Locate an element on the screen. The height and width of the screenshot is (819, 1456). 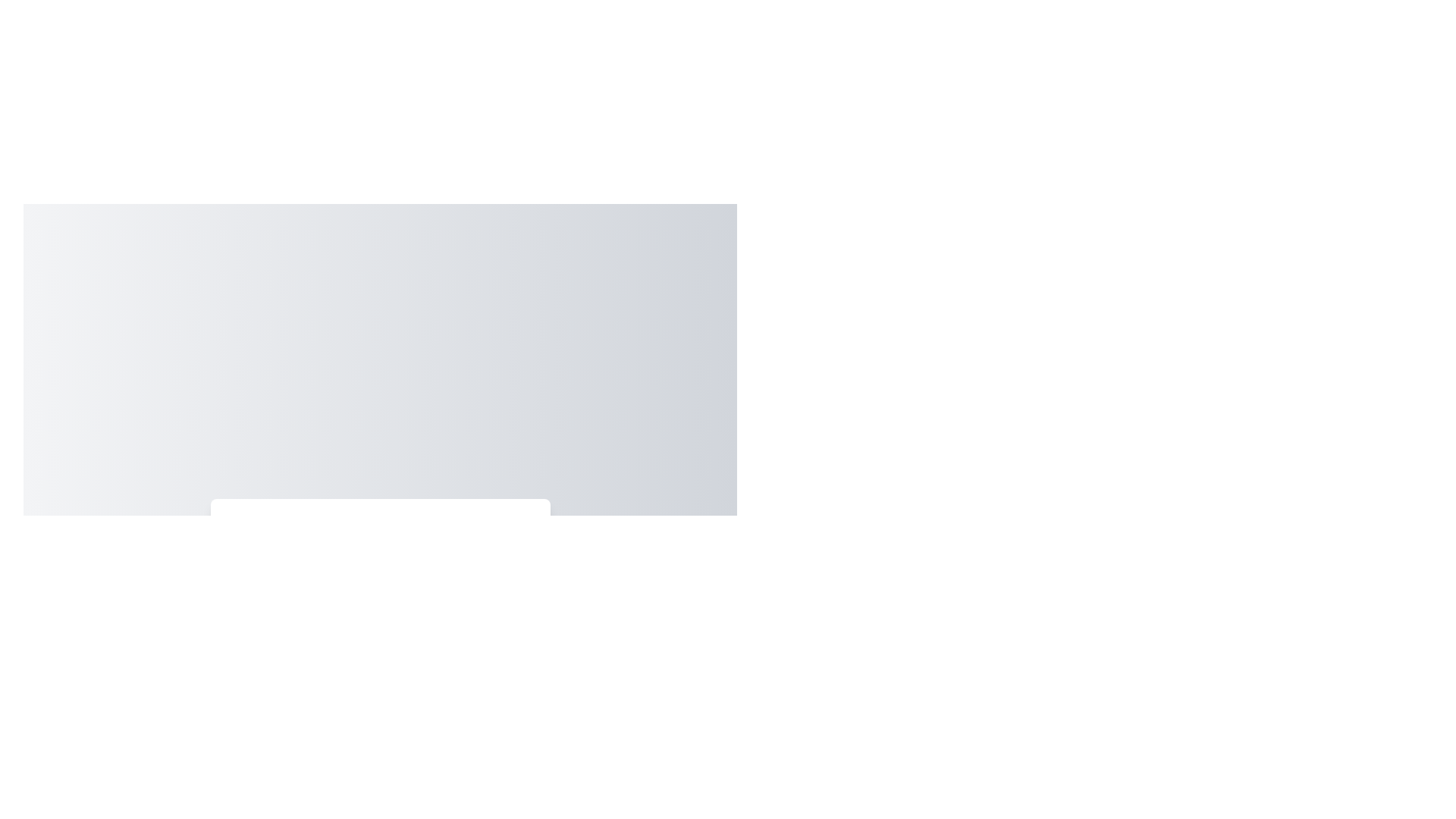
the slider to set the streaming quality to 1199p is located at coordinates (463, 602).